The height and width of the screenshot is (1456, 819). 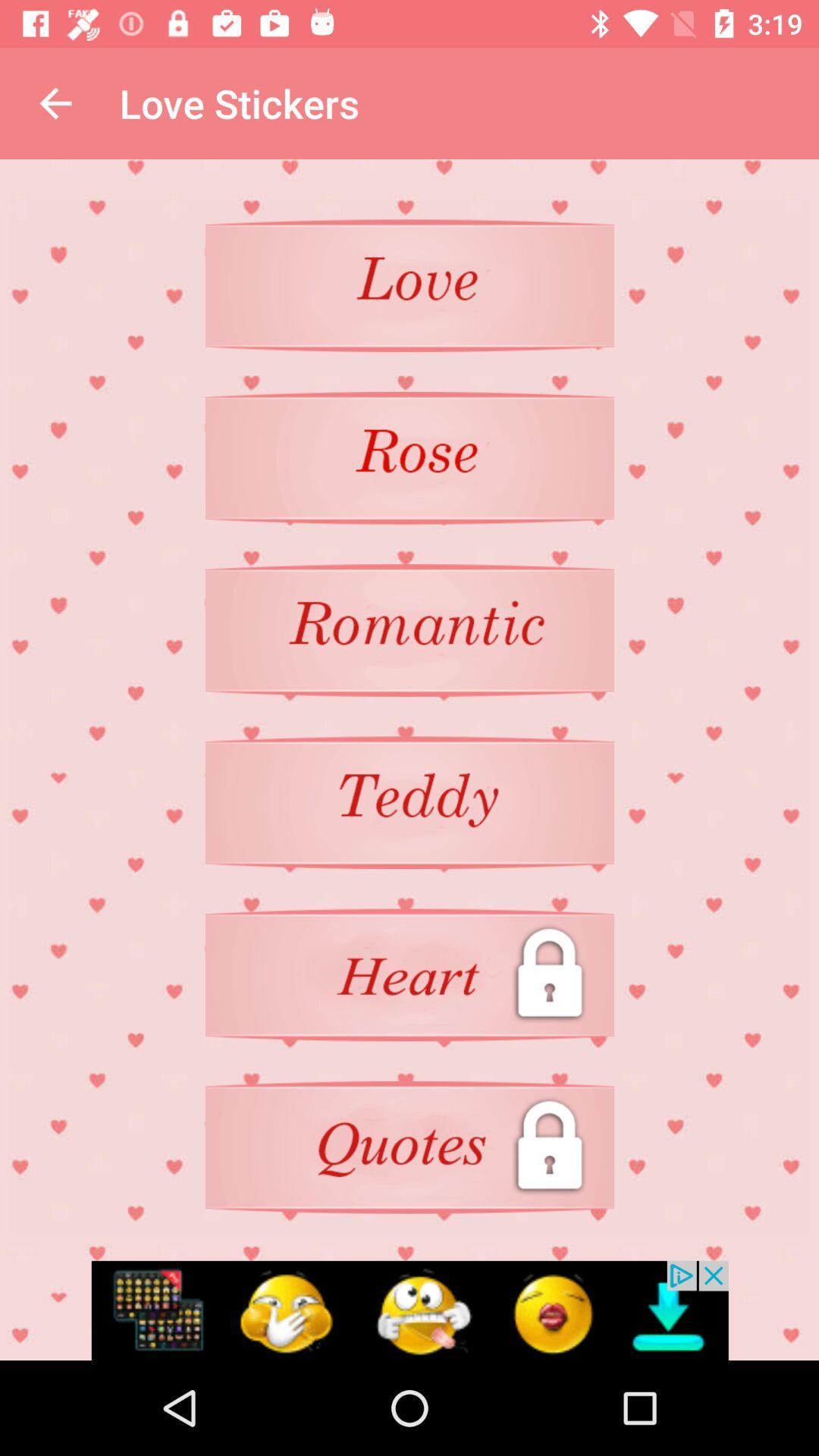 What do you see at coordinates (409, 1147) in the screenshot?
I see `see quotes` at bounding box center [409, 1147].